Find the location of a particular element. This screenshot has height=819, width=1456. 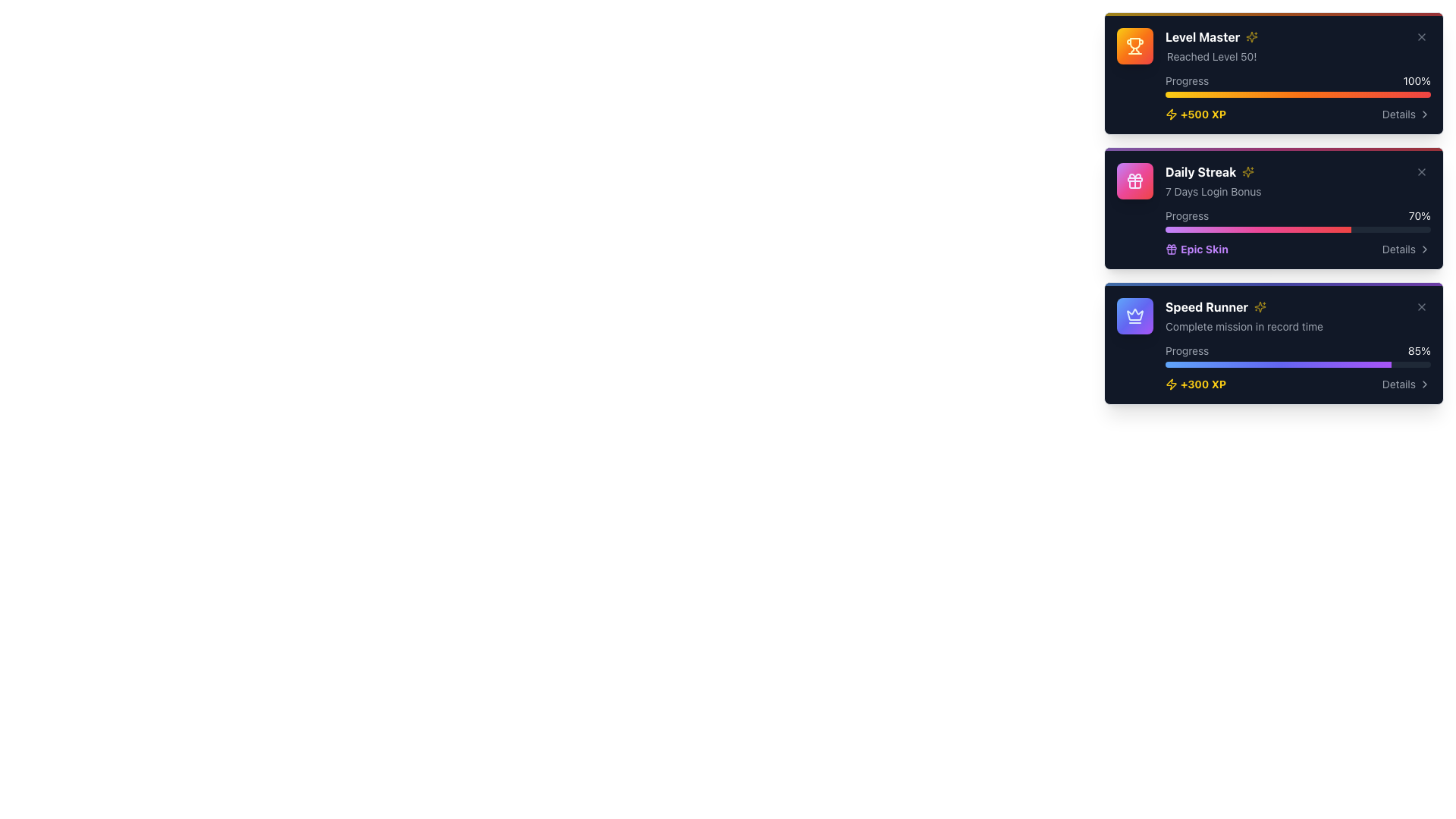

the 'Details' button which is located at the bottom-right corner of the third box in the vertical list, triggering a style change from gray to white is located at coordinates (1405, 383).